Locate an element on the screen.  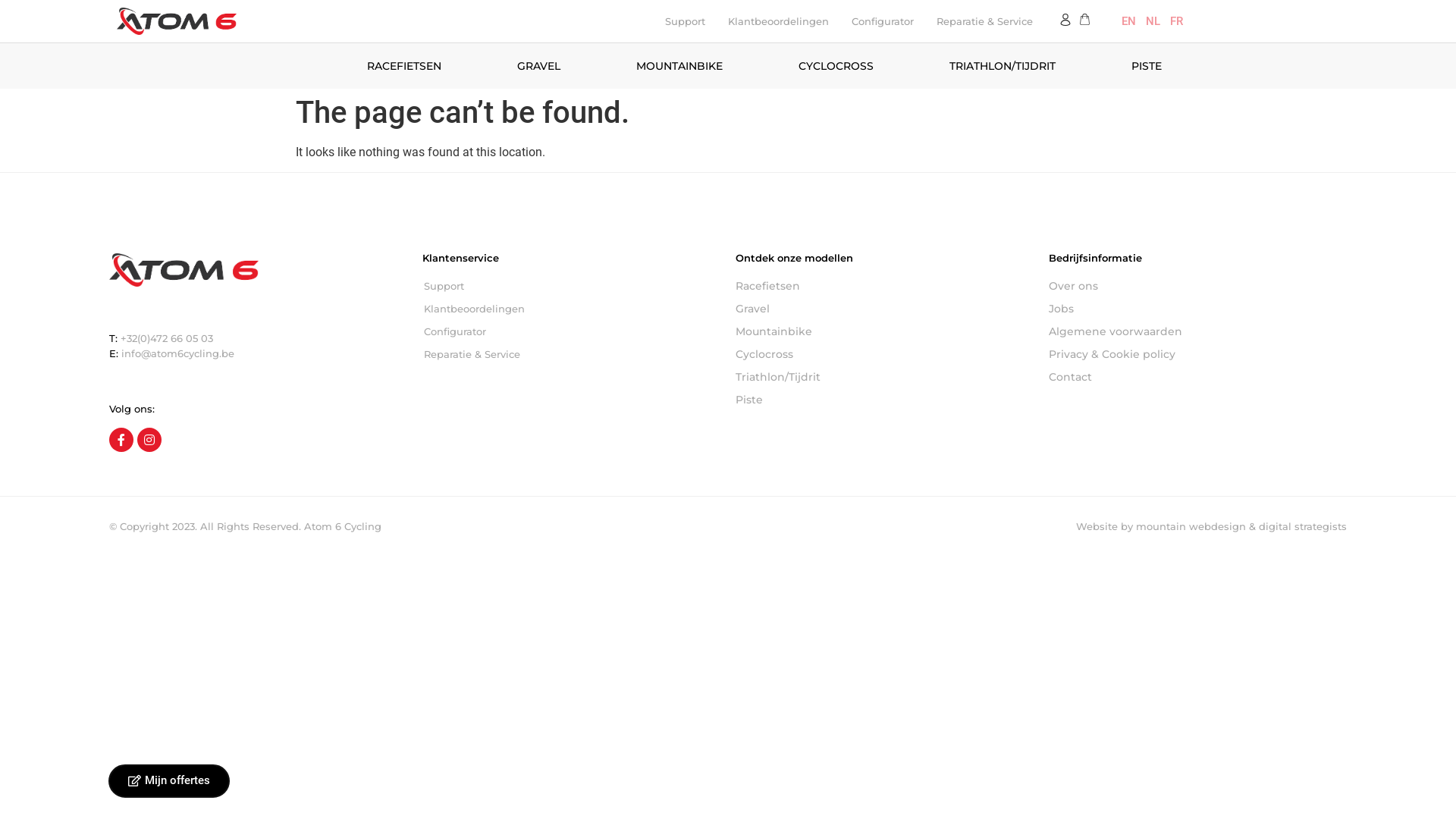
'Contact' is located at coordinates (1047, 376).